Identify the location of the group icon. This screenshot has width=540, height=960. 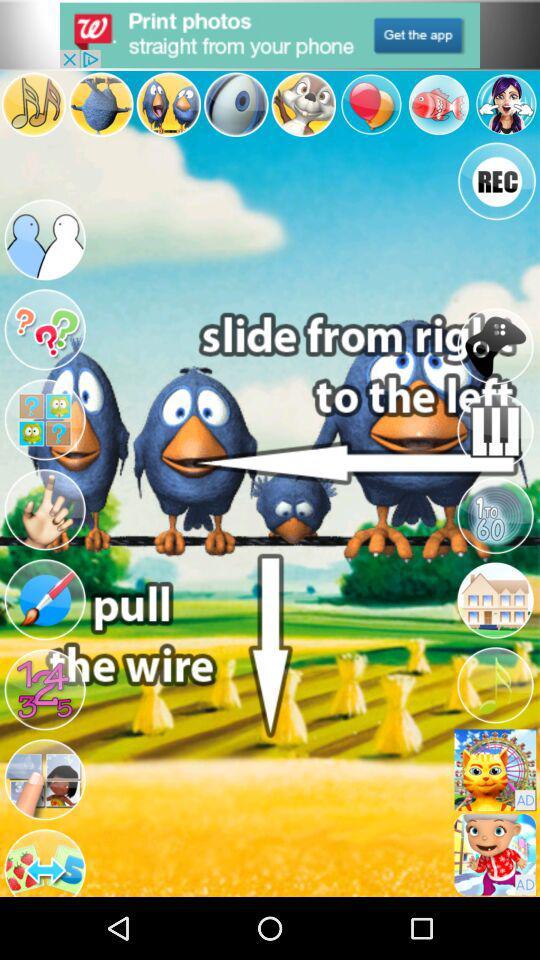
(44, 255).